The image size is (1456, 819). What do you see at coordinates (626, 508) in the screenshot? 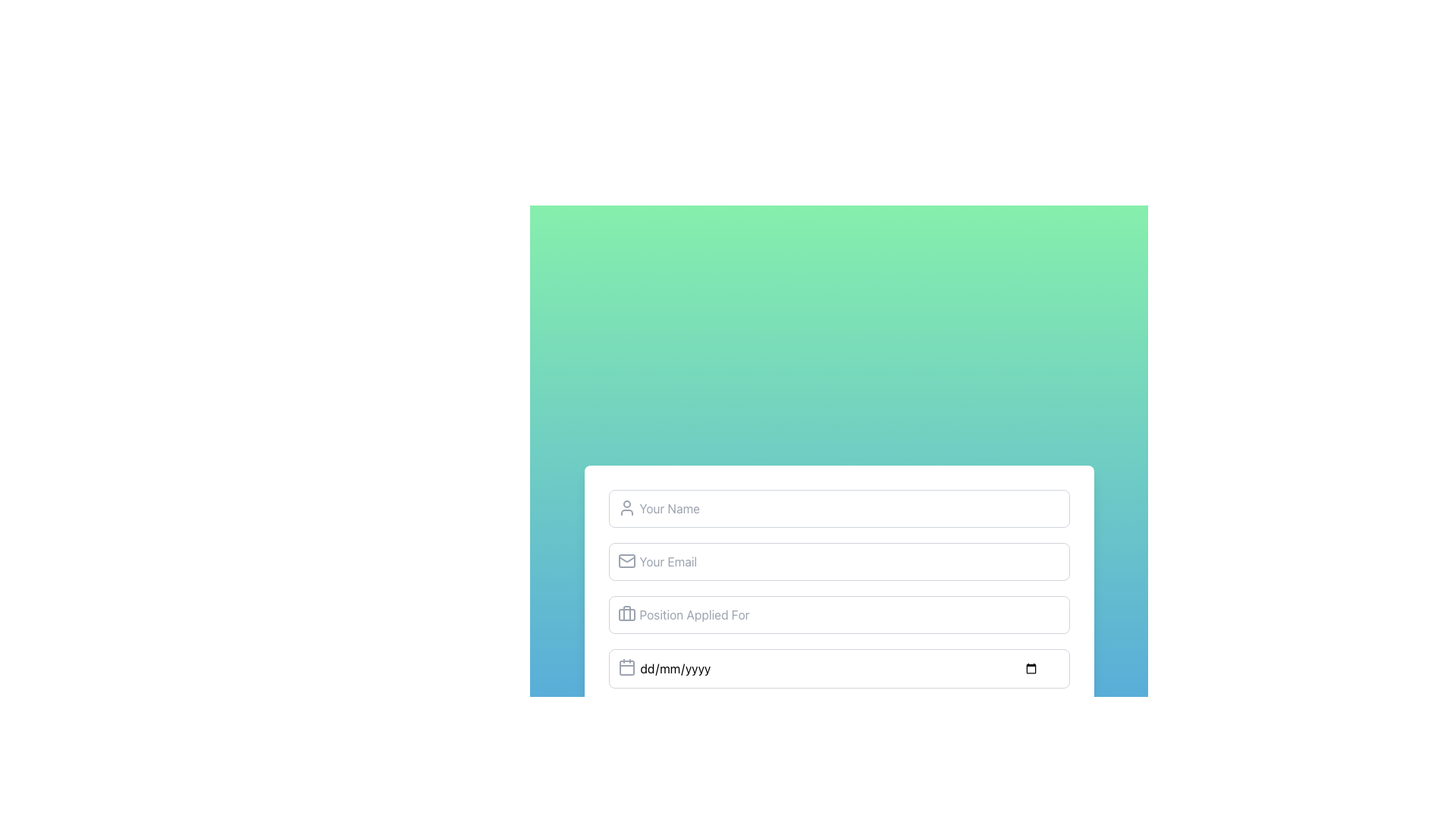
I see `the user icon, which is a small, gray line art design located in the white input field labeled 'Your Name'` at bounding box center [626, 508].